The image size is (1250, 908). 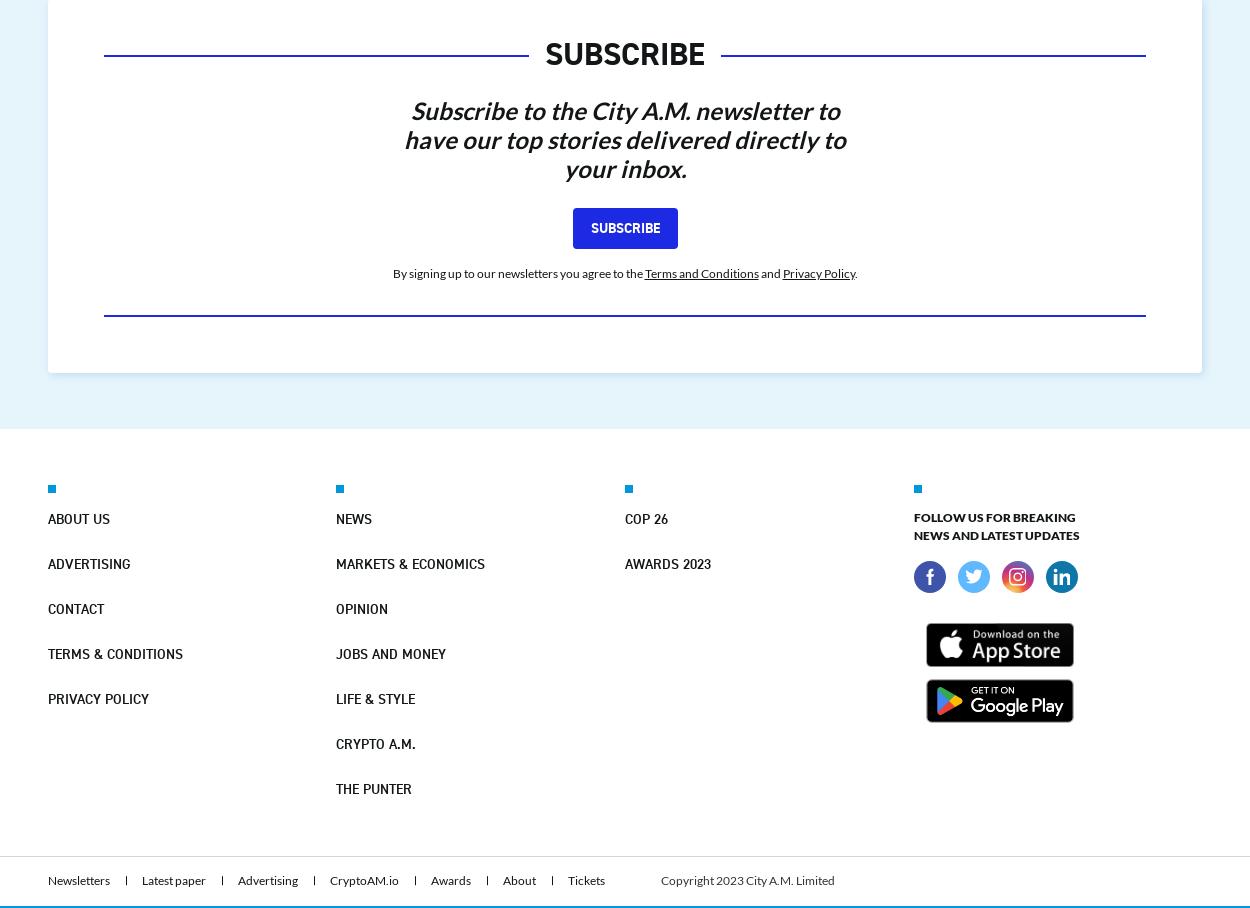 I want to click on 'Terms  & Conditions', so click(x=114, y=653).